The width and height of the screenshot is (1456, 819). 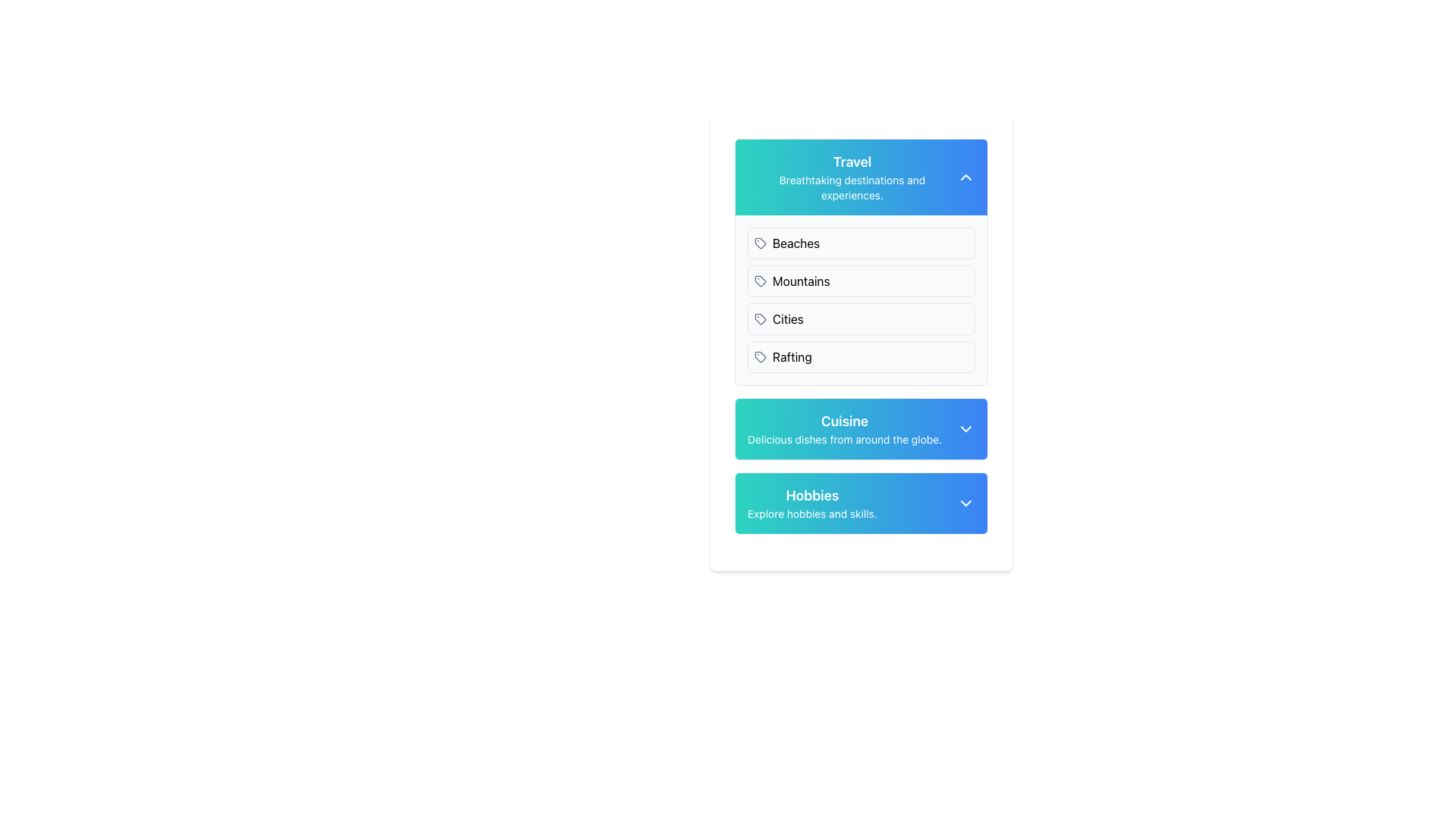 What do you see at coordinates (760, 318) in the screenshot?
I see `the SVG Icon that visually signifies the 'Cities' category, positioned to the left of the text labeled 'Cities' in the list of categories under 'Travel'` at bounding box center [760, 318].